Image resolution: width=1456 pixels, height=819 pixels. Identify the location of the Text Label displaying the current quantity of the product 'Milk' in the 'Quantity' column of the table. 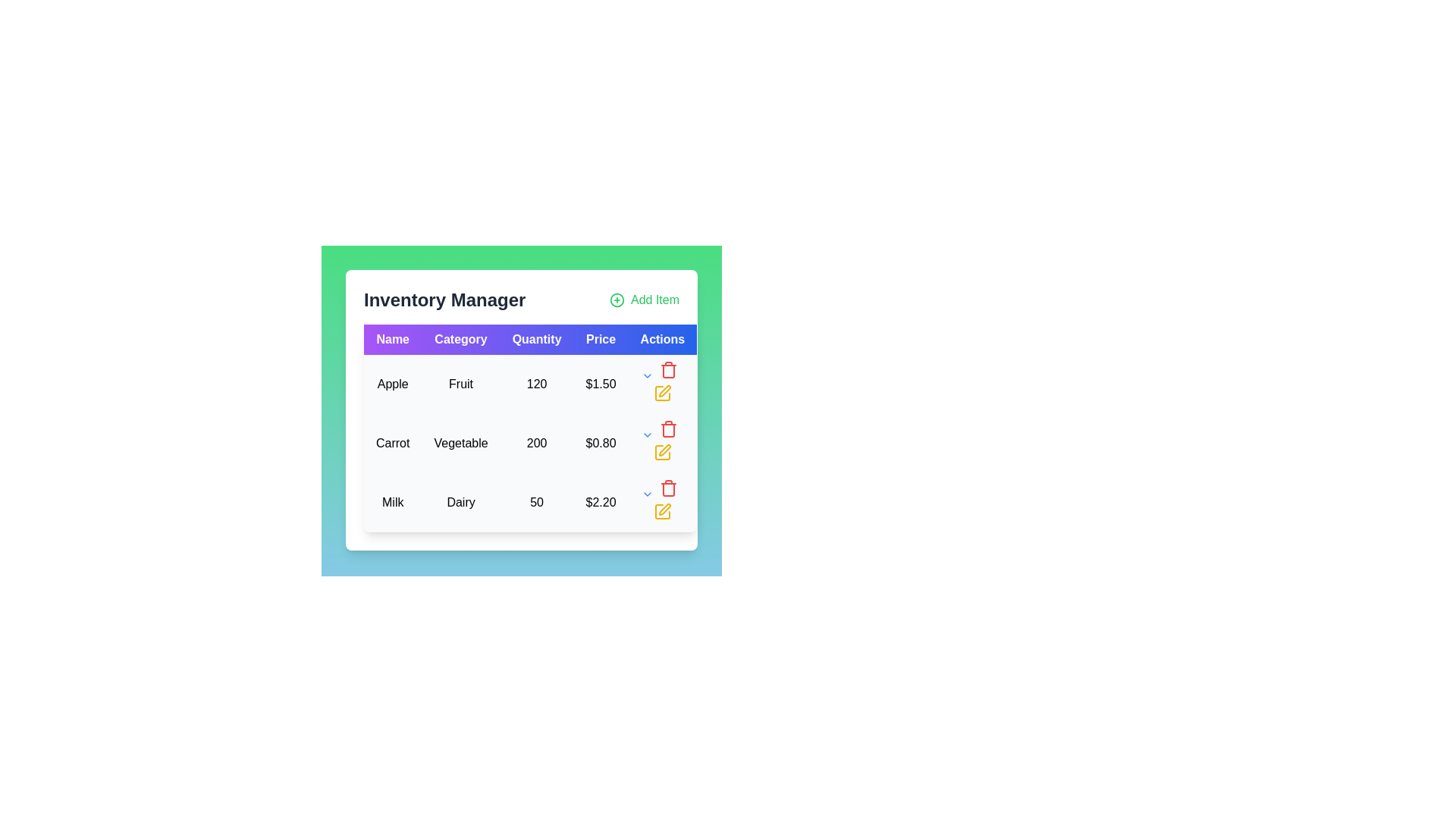
(537, 503).